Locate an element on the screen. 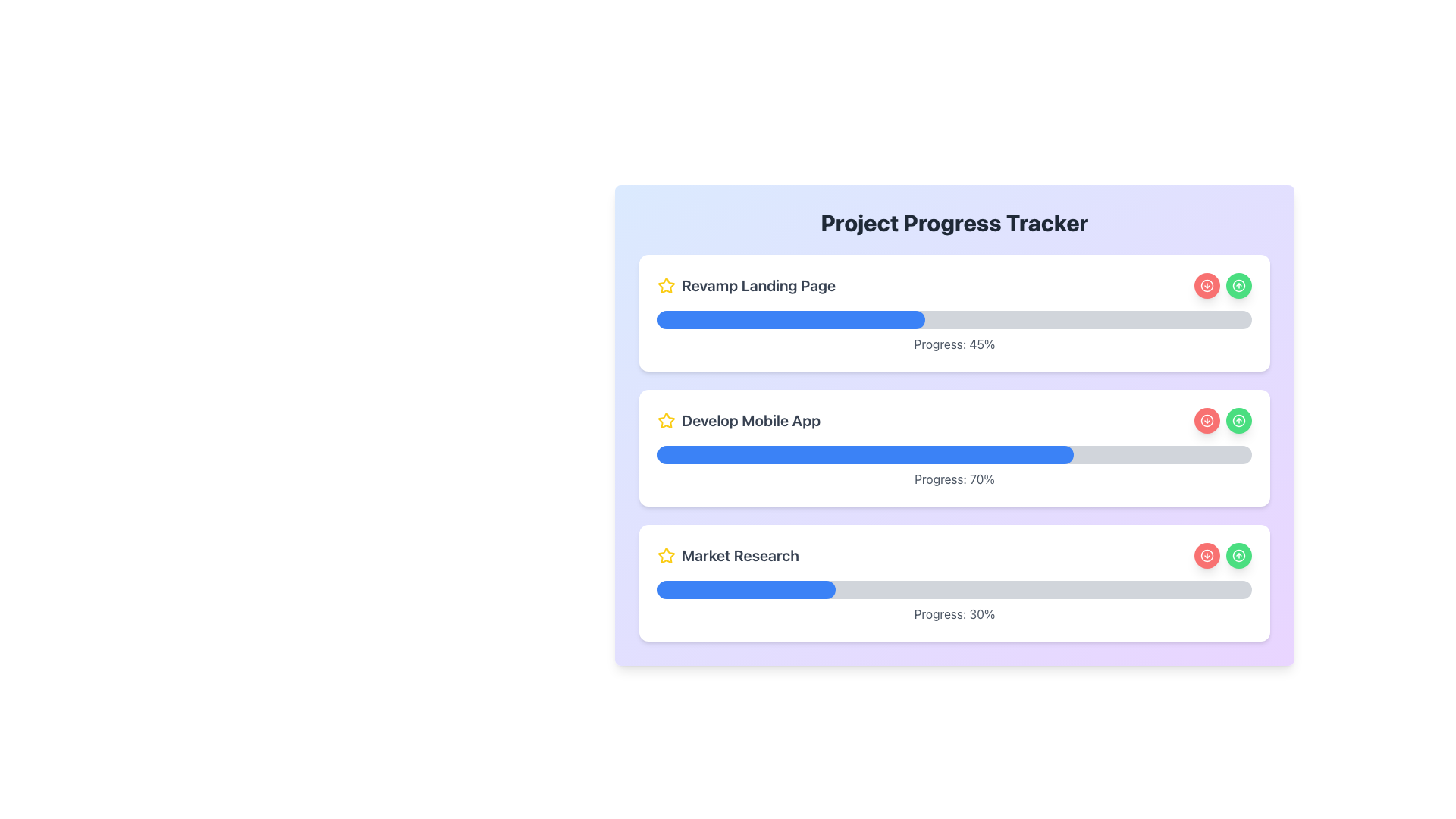 This screenshot has height=819, width=1456. the red circular button with a white downward arrow icon located beside the green circular button, which is part of the action buttons group near the 'Market Research' progress bar is located at coordinates (1207, 555).